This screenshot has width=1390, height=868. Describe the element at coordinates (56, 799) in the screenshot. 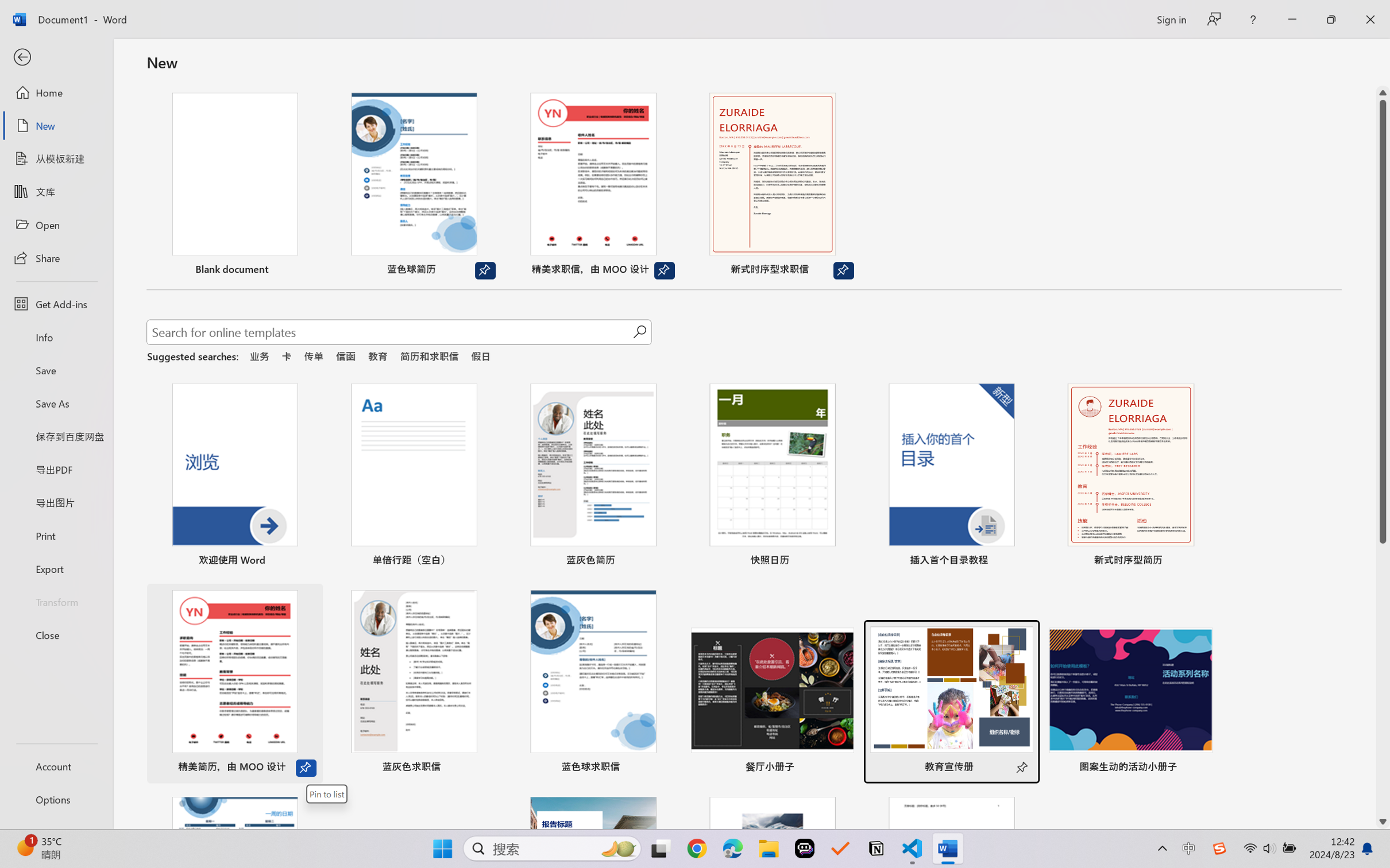

I see `'Options'` at that location.